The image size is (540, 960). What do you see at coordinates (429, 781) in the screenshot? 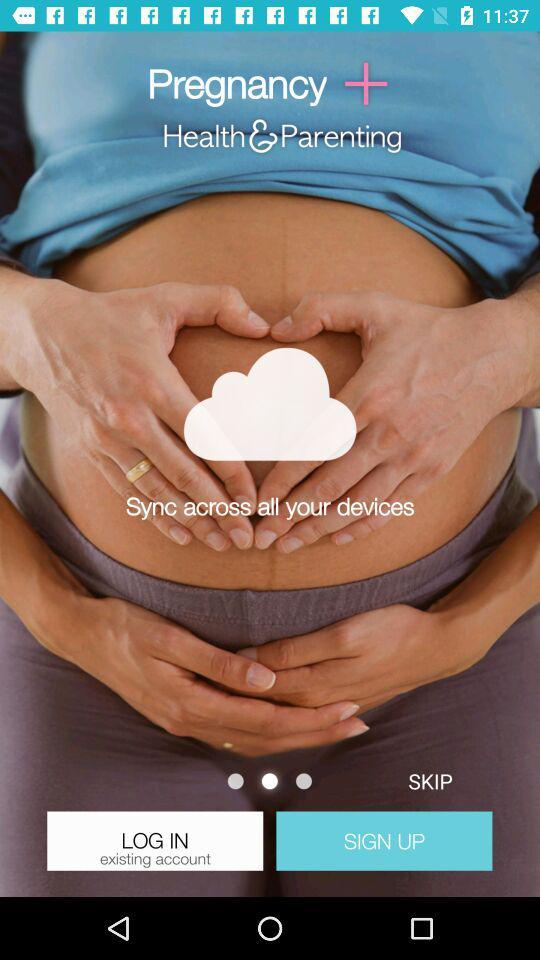
I see `skip` at bounding box center [429, 781].